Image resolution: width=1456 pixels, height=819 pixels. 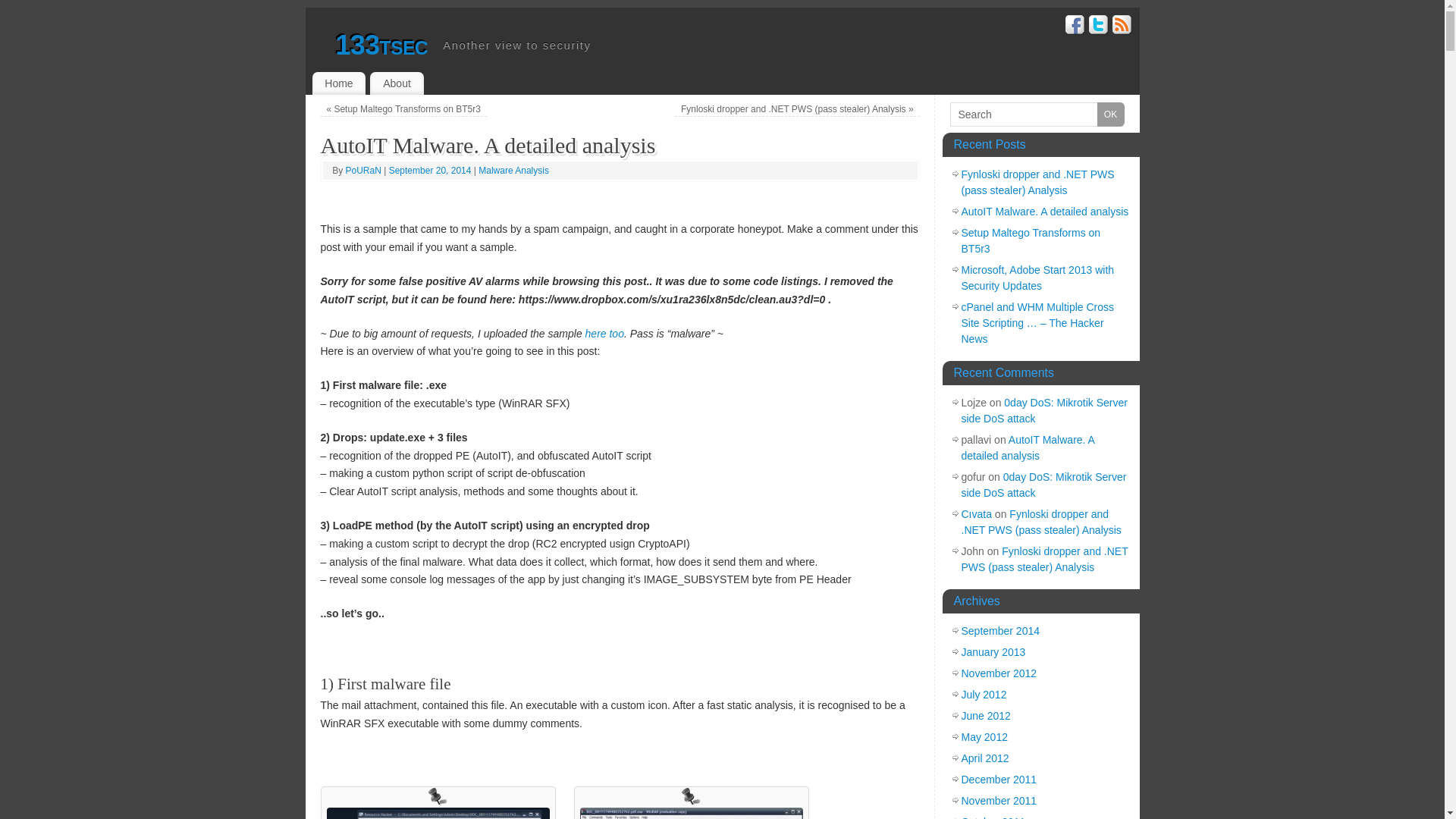 I want to click on '0day DoS: Mikrotik Server side DoS attack', so click(x=960, y=410).